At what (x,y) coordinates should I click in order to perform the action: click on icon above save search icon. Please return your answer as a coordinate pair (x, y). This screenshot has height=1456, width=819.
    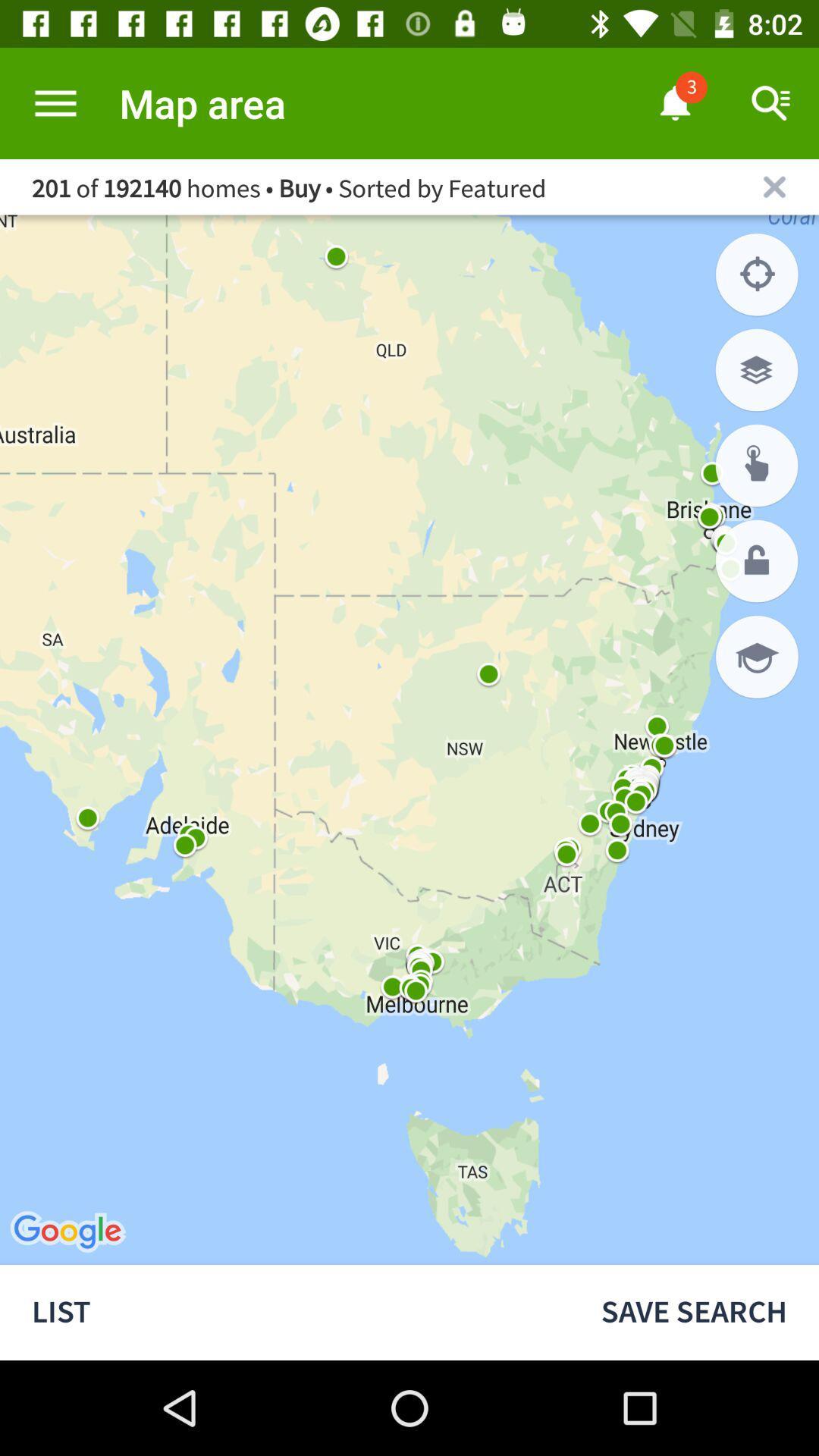
    Looking at the image, I should click on (757, 657).